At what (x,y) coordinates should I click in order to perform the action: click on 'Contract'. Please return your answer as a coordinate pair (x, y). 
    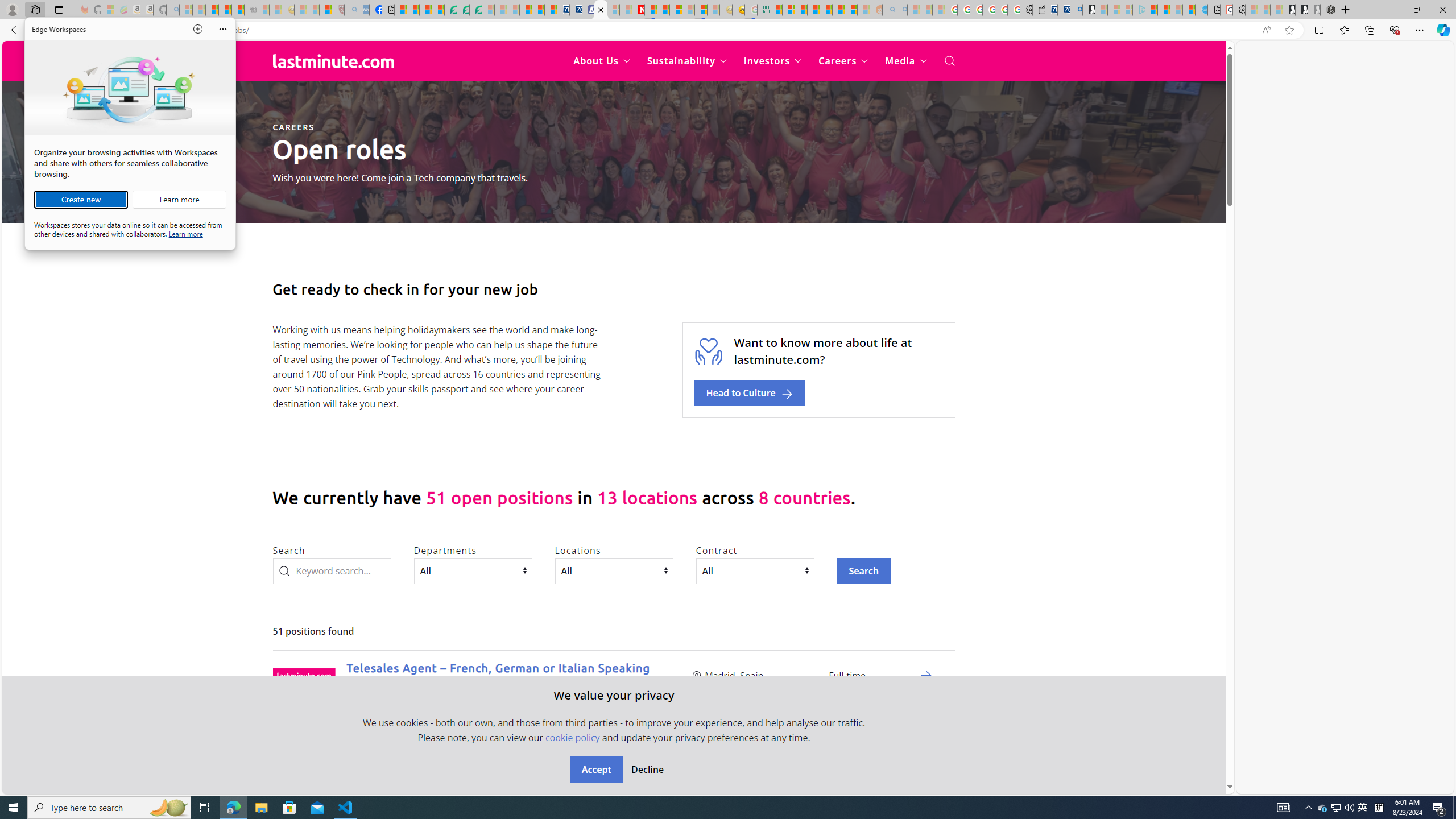
    Looking at the image, I should click on (754, 570).